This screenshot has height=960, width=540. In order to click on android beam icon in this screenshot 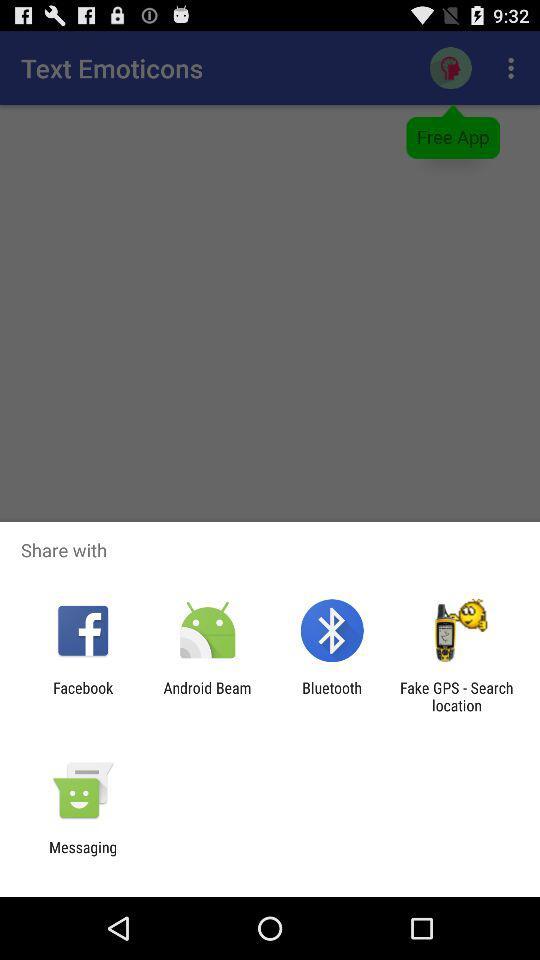, I will do `click(206, 696)`.